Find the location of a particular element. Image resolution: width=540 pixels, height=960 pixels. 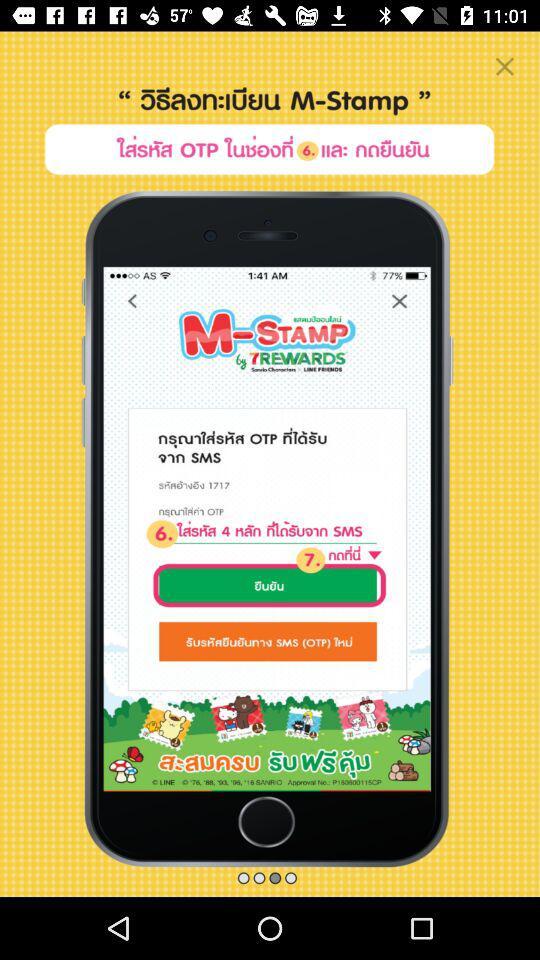

the close icon is located at coordinates (503, 66).